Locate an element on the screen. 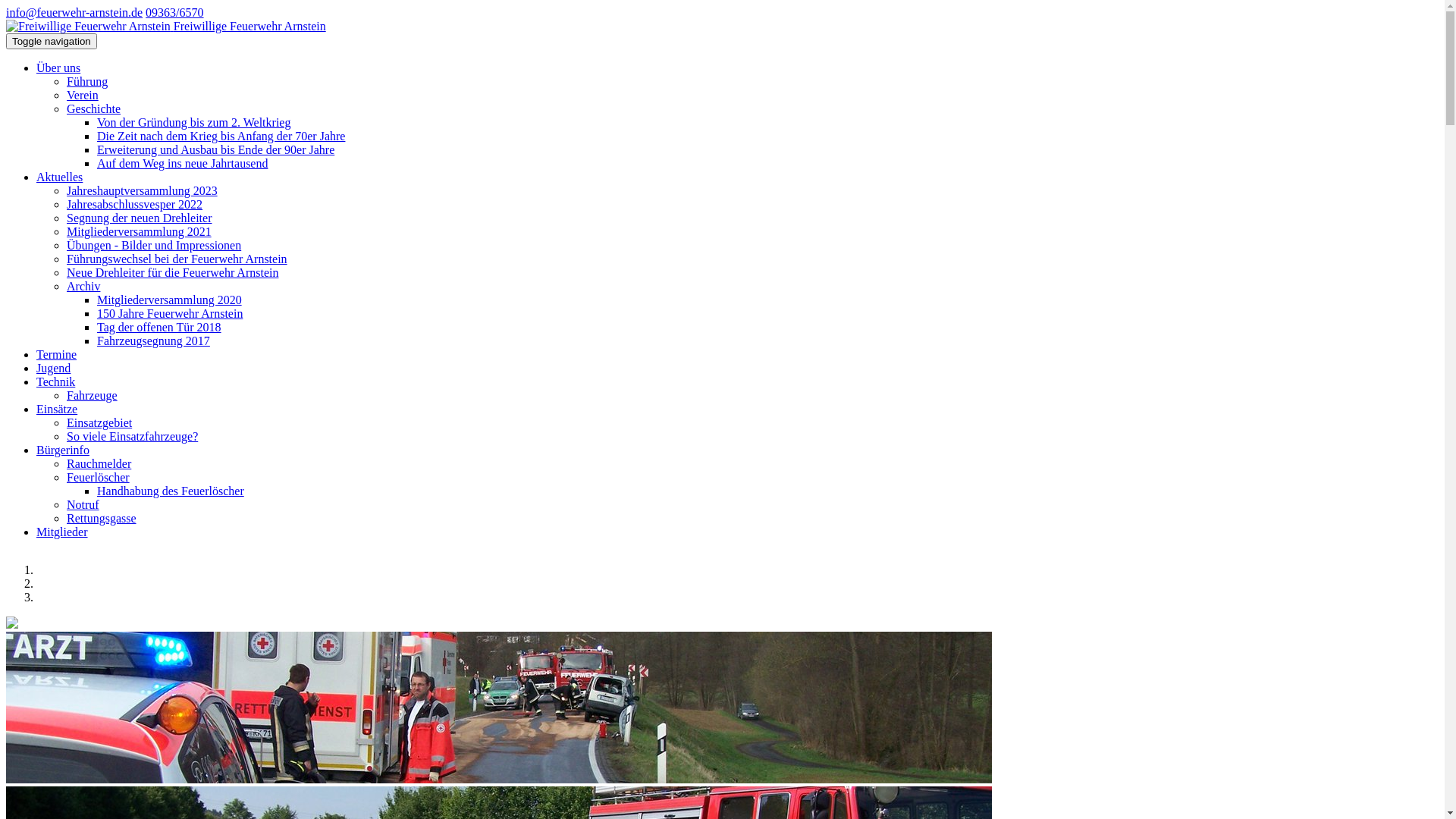  'Auf dem Weg ins neue Jahrtausend' is located at coordinates (182, 163).